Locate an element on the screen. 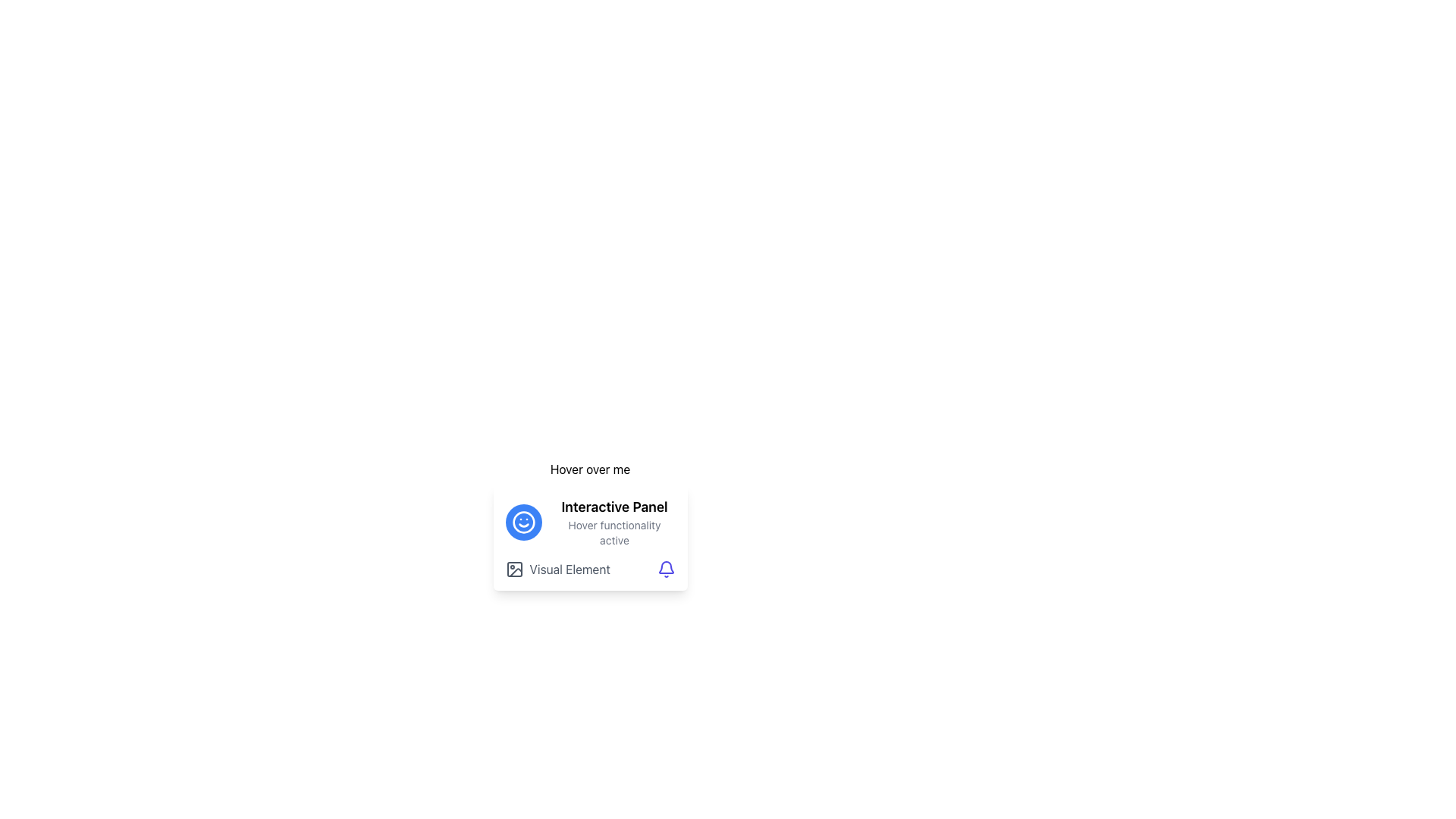  text from the Text Label displaying 'Visual Element', which is styled in gray and located to the right of an image icon in the lower section of the 'Interactive Panel' is located at coordinates (569, 570).